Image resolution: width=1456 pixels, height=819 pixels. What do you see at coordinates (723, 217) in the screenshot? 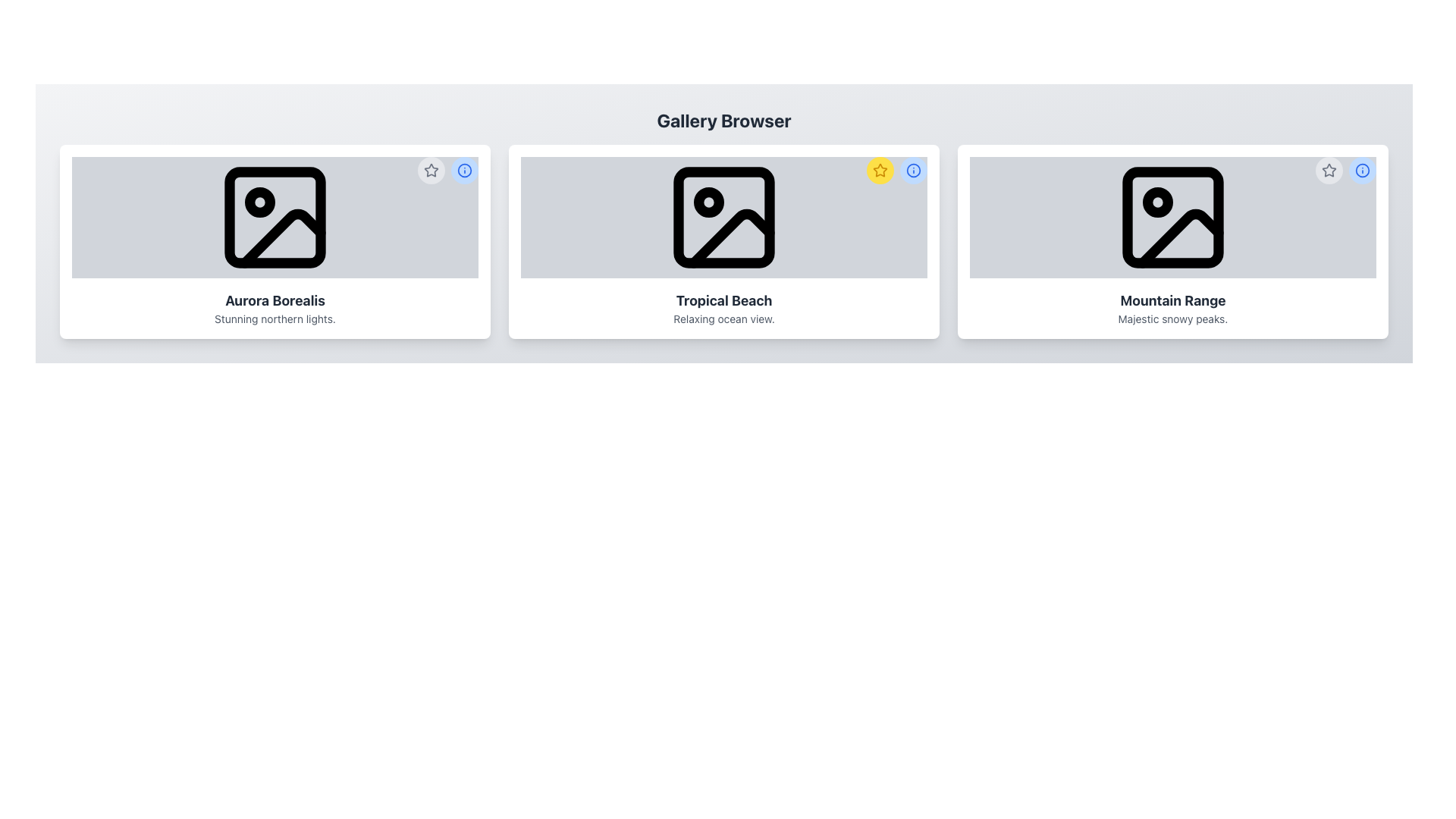
I see `the square-shaped icon with rounded corners filled with a light gray background, located in the center area of the interface as part of the 'Tropical Beach' image placeholder` at bounding box center [723, 217].